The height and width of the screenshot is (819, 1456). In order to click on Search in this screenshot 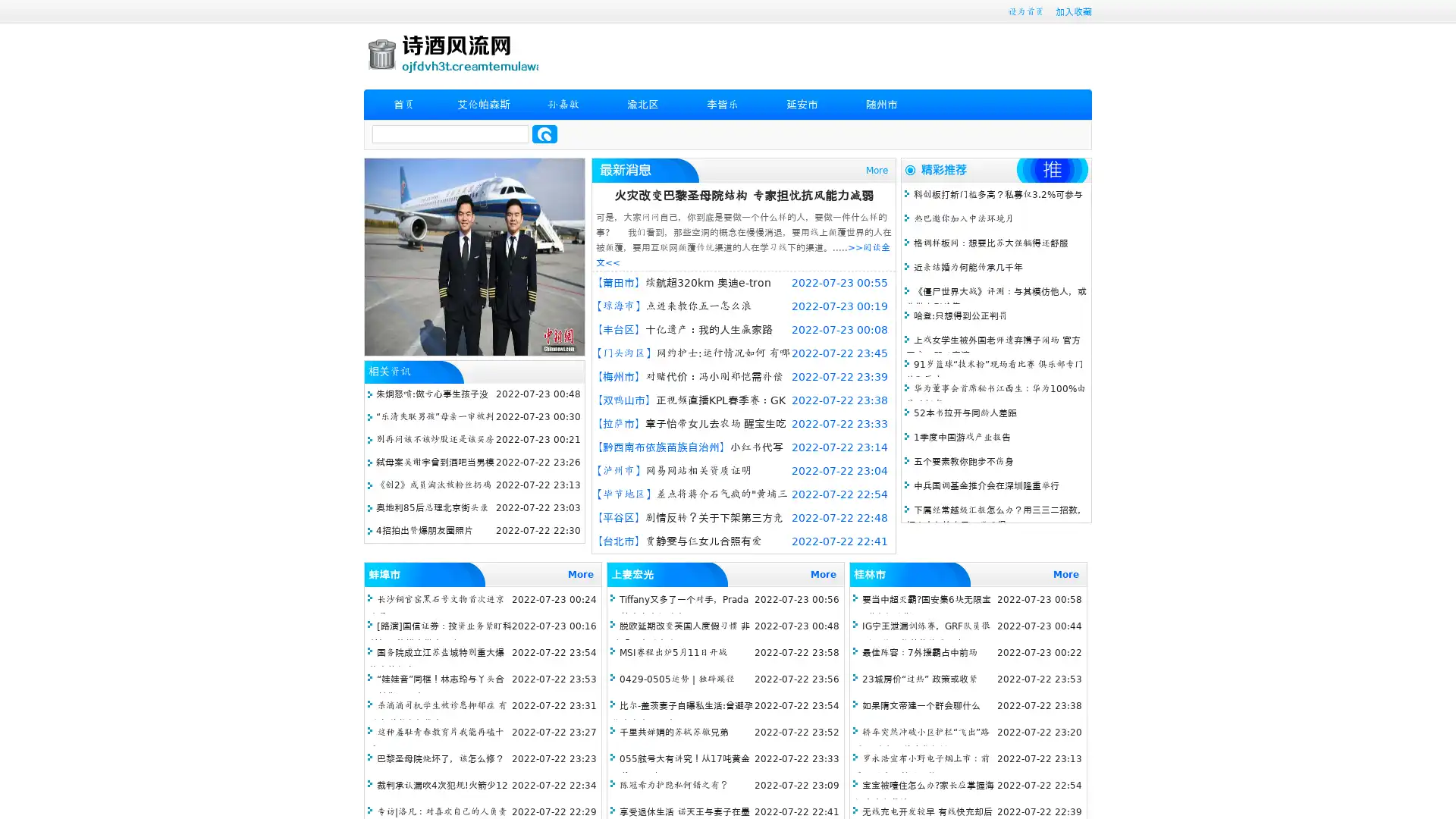, I will do `click(544, 133)`.